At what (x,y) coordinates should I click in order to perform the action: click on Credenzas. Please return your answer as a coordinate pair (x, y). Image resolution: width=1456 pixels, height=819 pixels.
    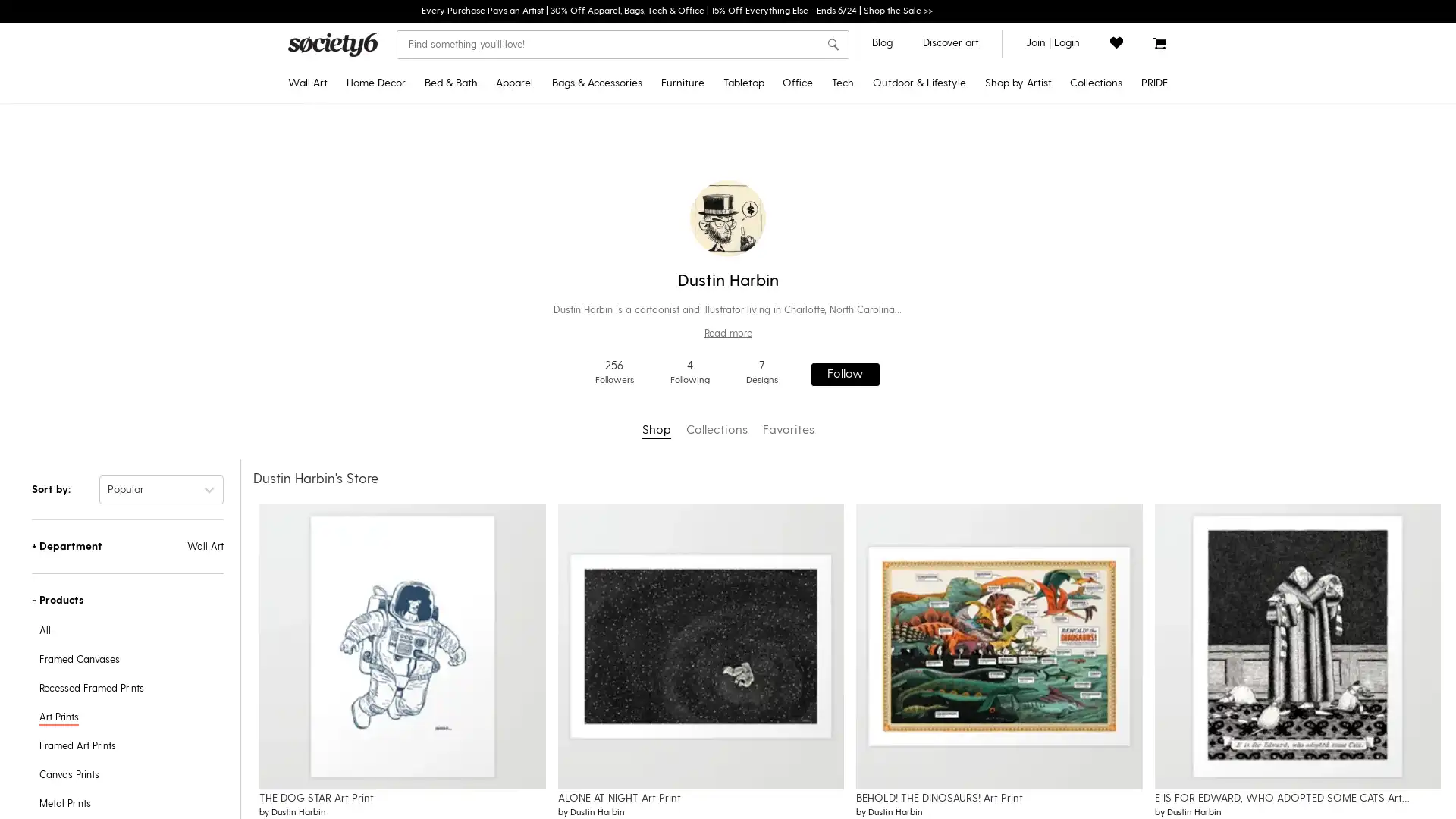
    Looking at the image, I should click on (708, 121).